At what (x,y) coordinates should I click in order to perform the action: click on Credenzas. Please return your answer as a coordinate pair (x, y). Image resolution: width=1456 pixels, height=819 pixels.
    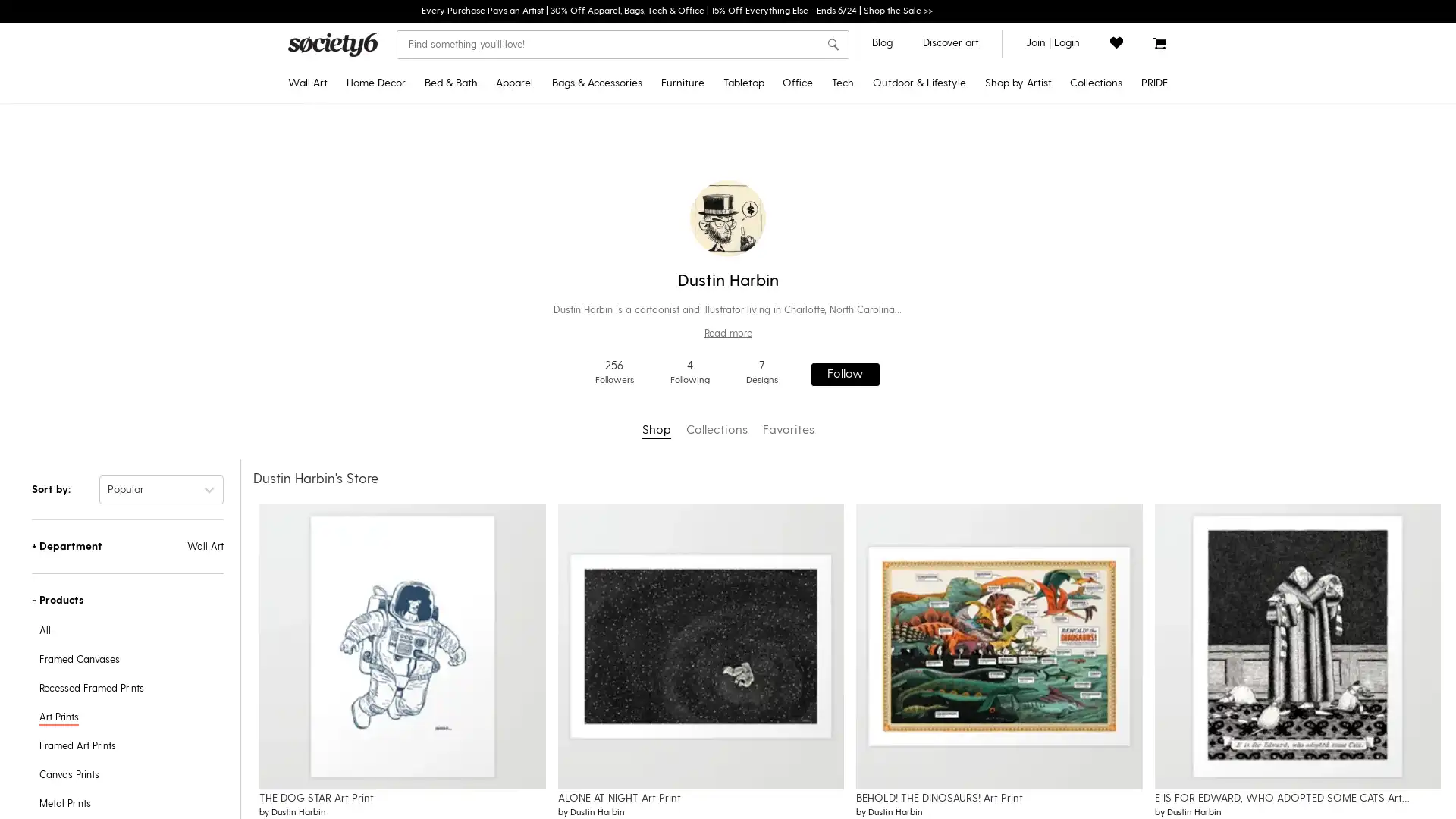
    Looking at the image, I should click on (708, 121).